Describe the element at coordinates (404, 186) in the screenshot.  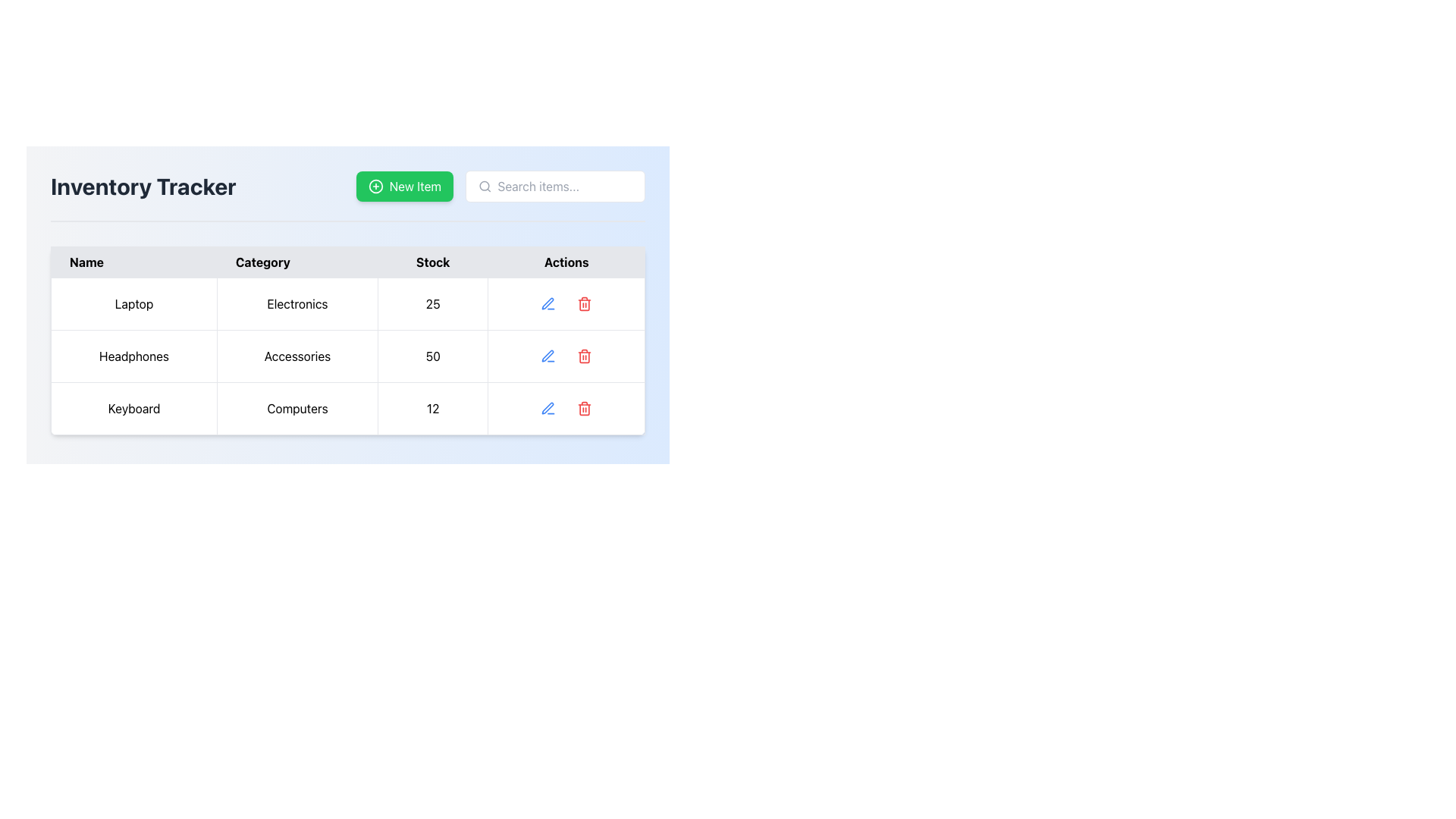
I see `the 'Add New Item' button located towards the center-left of the interface, which allows users to create or add a new item to the inventory` at that location.